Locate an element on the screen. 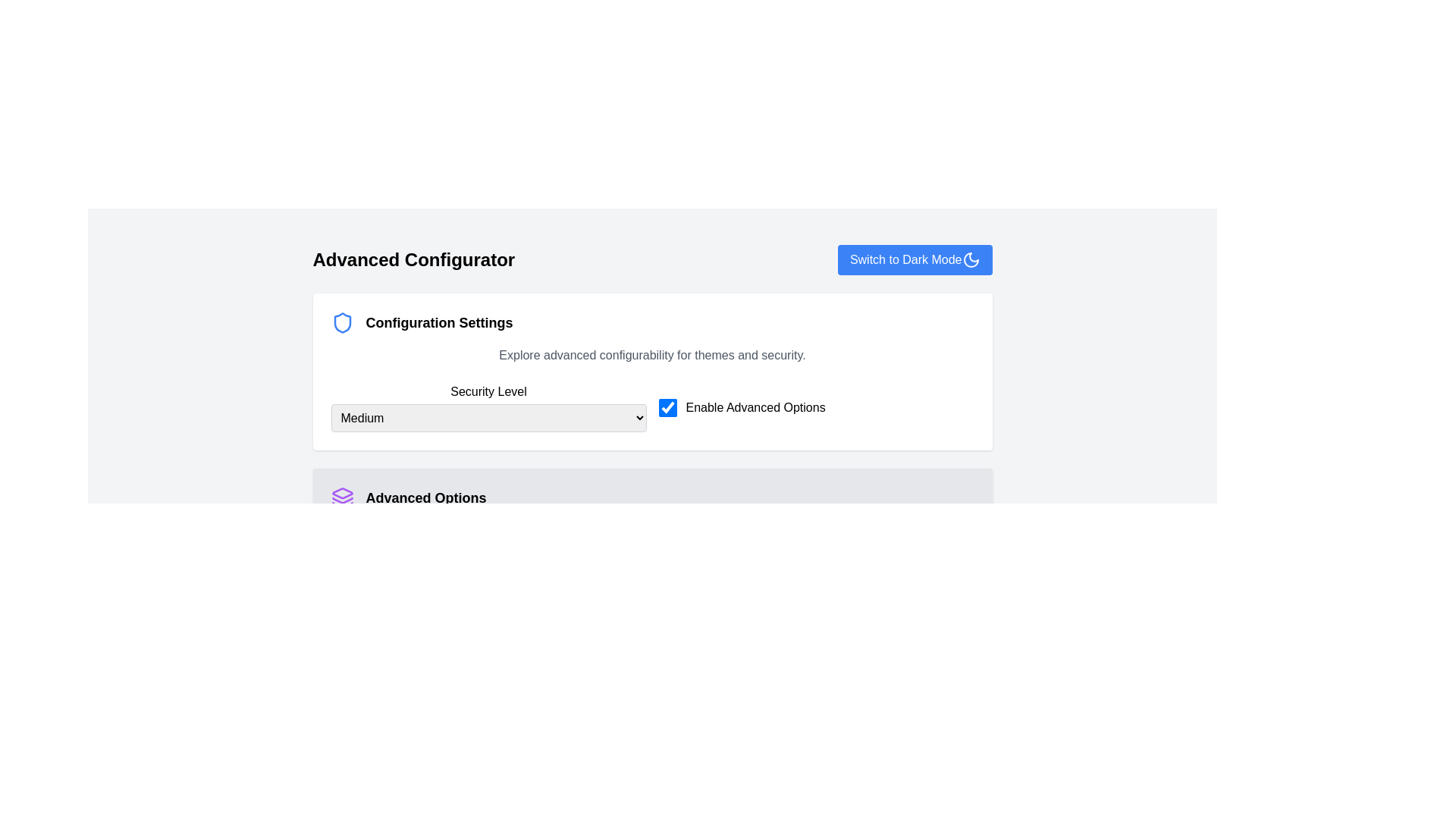 This screenshot has width=1456, height=819. the shield icon representing security in the 'Configuration Settings' section header, located before the text 'Configuration Settings' is located at coordinates (341, 322).